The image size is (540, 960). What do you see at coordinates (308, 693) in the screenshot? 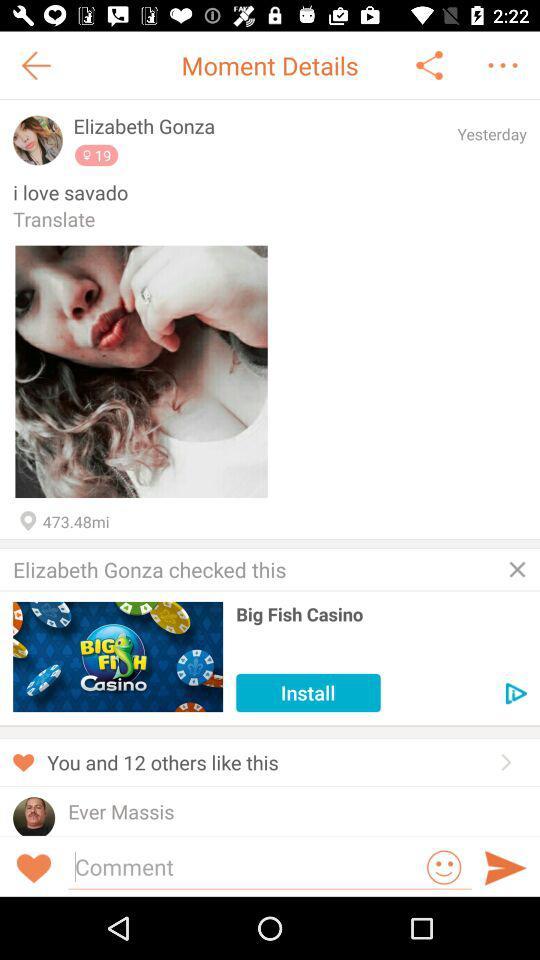
I see `the item below big fish casino` at bounding box center [308, 693].